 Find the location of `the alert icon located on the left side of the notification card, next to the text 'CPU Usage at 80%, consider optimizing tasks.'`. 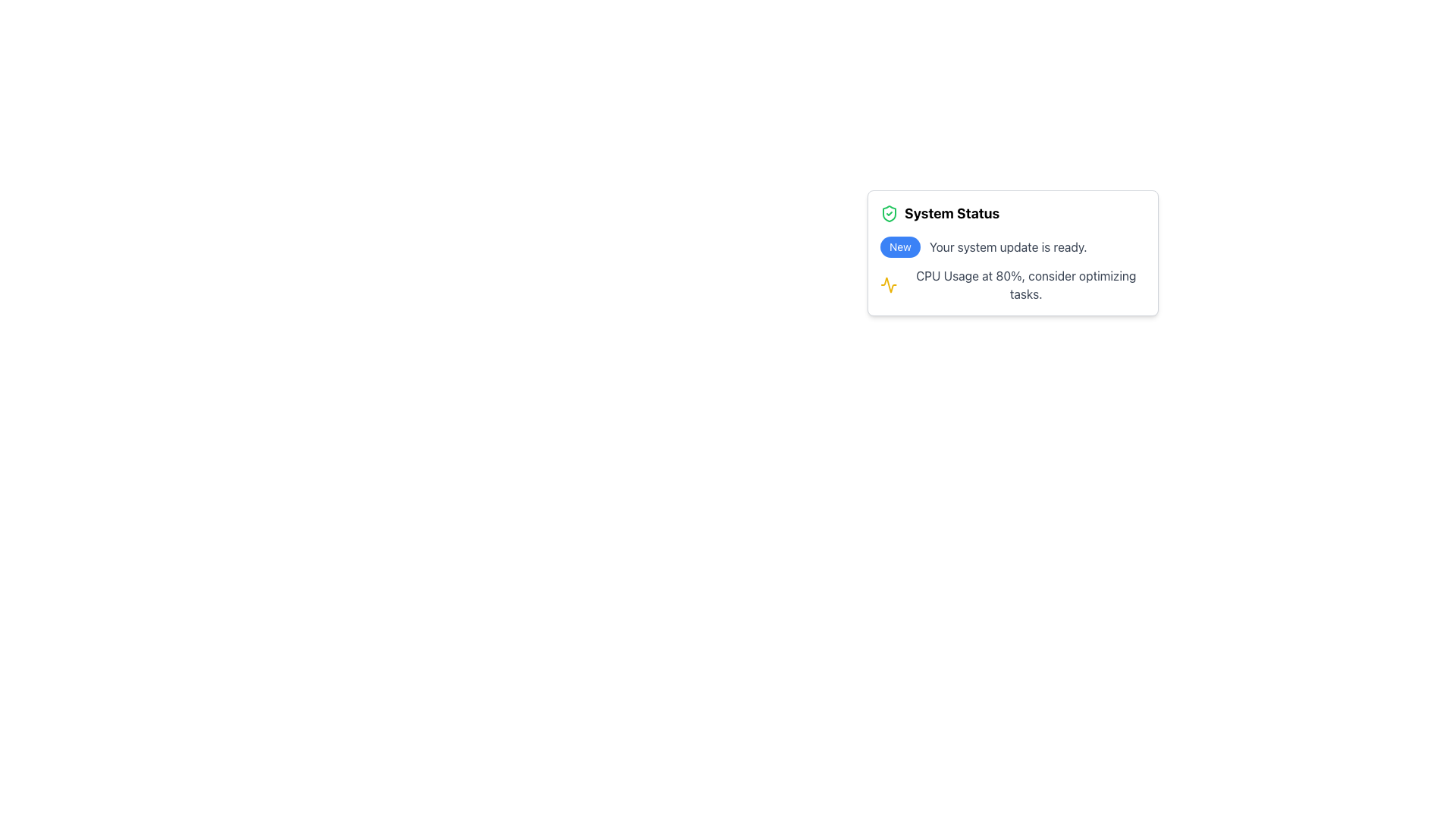

the alert icon located on the left side of the notification card, next to the text 'CPU Usage at 80%, consider optimizing tasks.' is located at coordinates (889, 284).